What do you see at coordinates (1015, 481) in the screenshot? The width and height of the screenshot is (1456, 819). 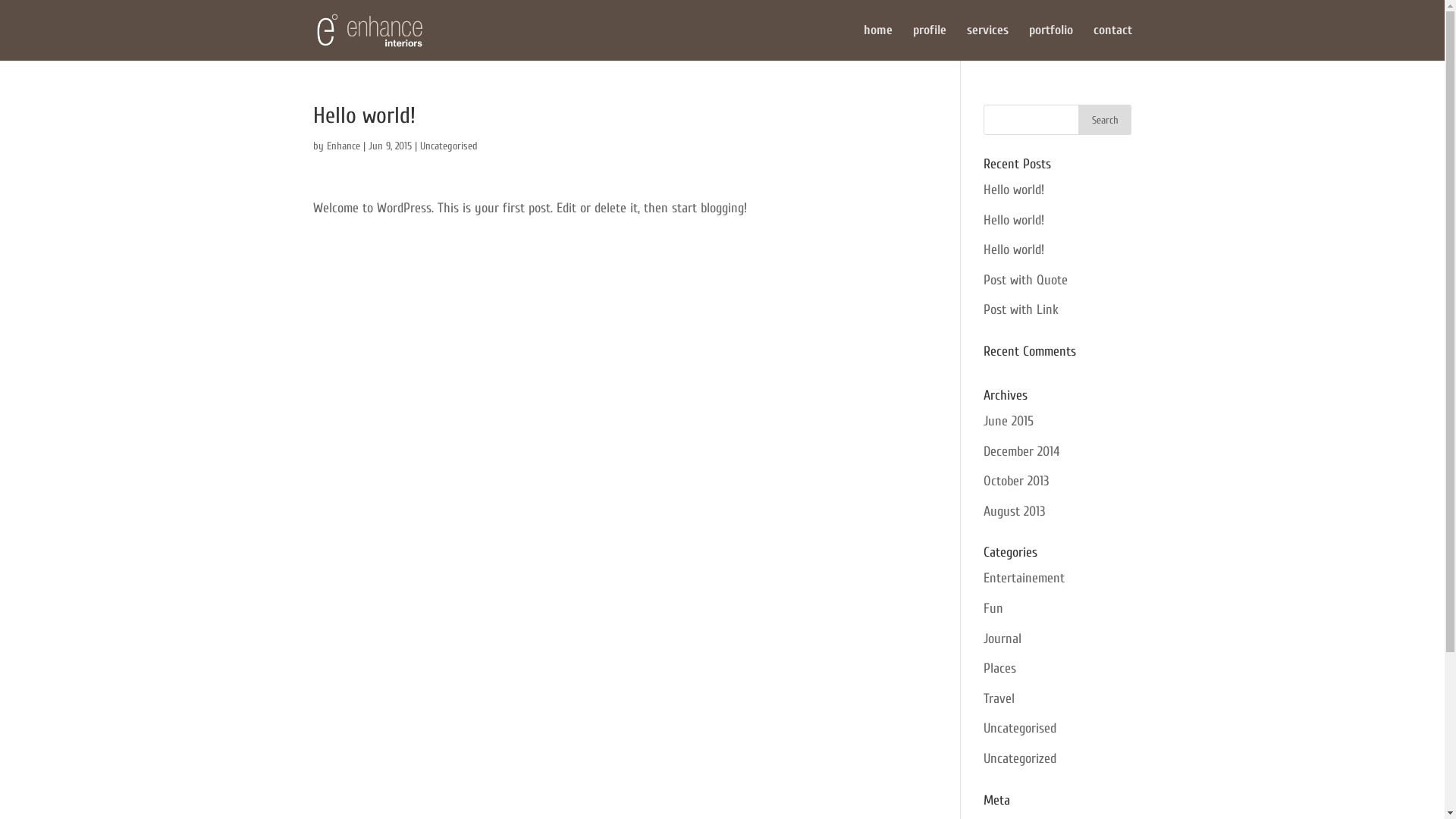 I see `'October 2013'` at bounding box center [1015, 481].